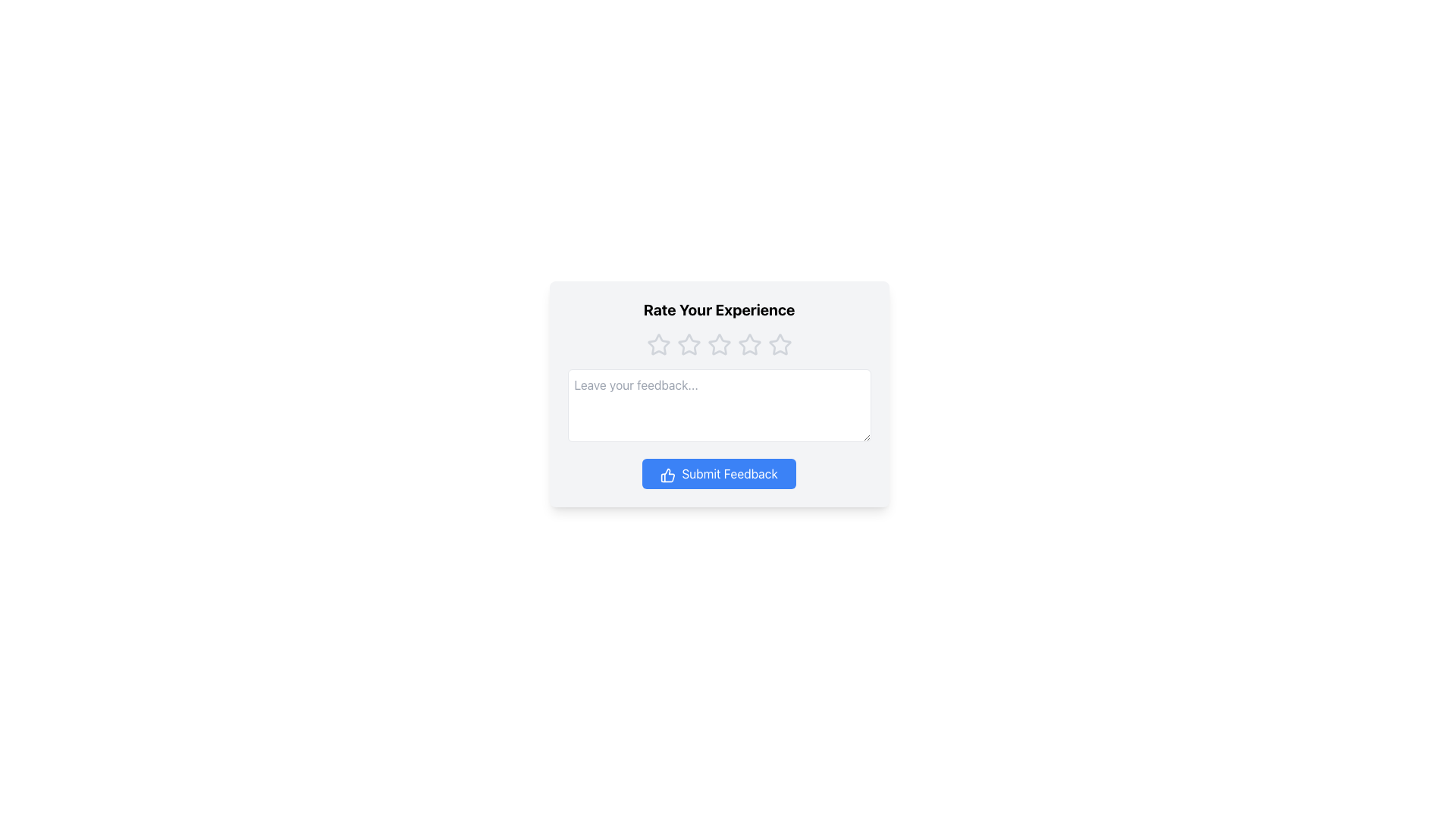 The image size is (1456, 819). I want to click on the fifth star icon in the rating system, so click(749, 345).